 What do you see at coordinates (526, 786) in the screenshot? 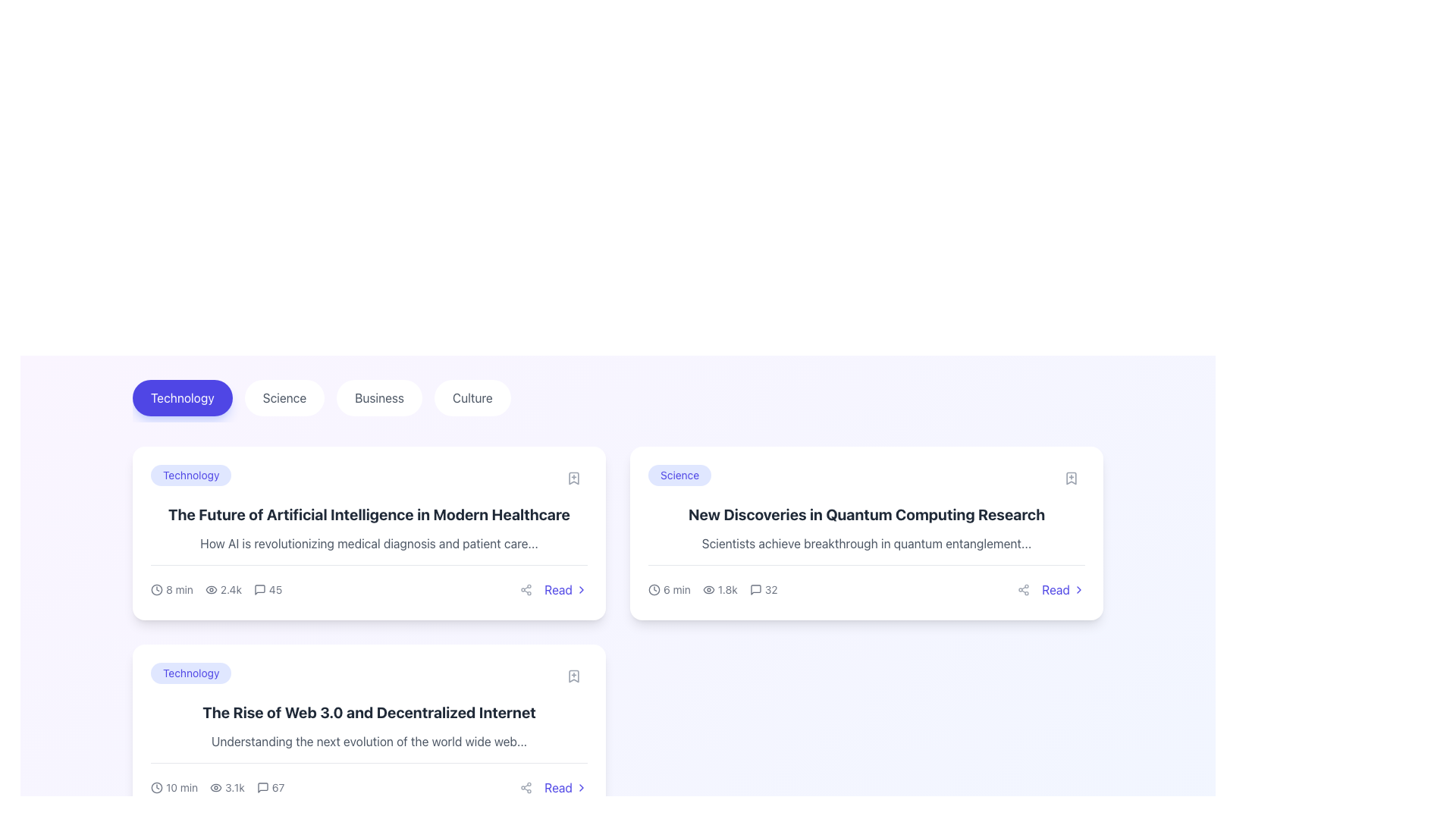
I see `the circular icon featuring a symbol of three dots interconnected by two lines, located in the footer of the card titled 'The Rise of Web 3.0 and Decentralized Internet'` at bounding box center [526, 786].